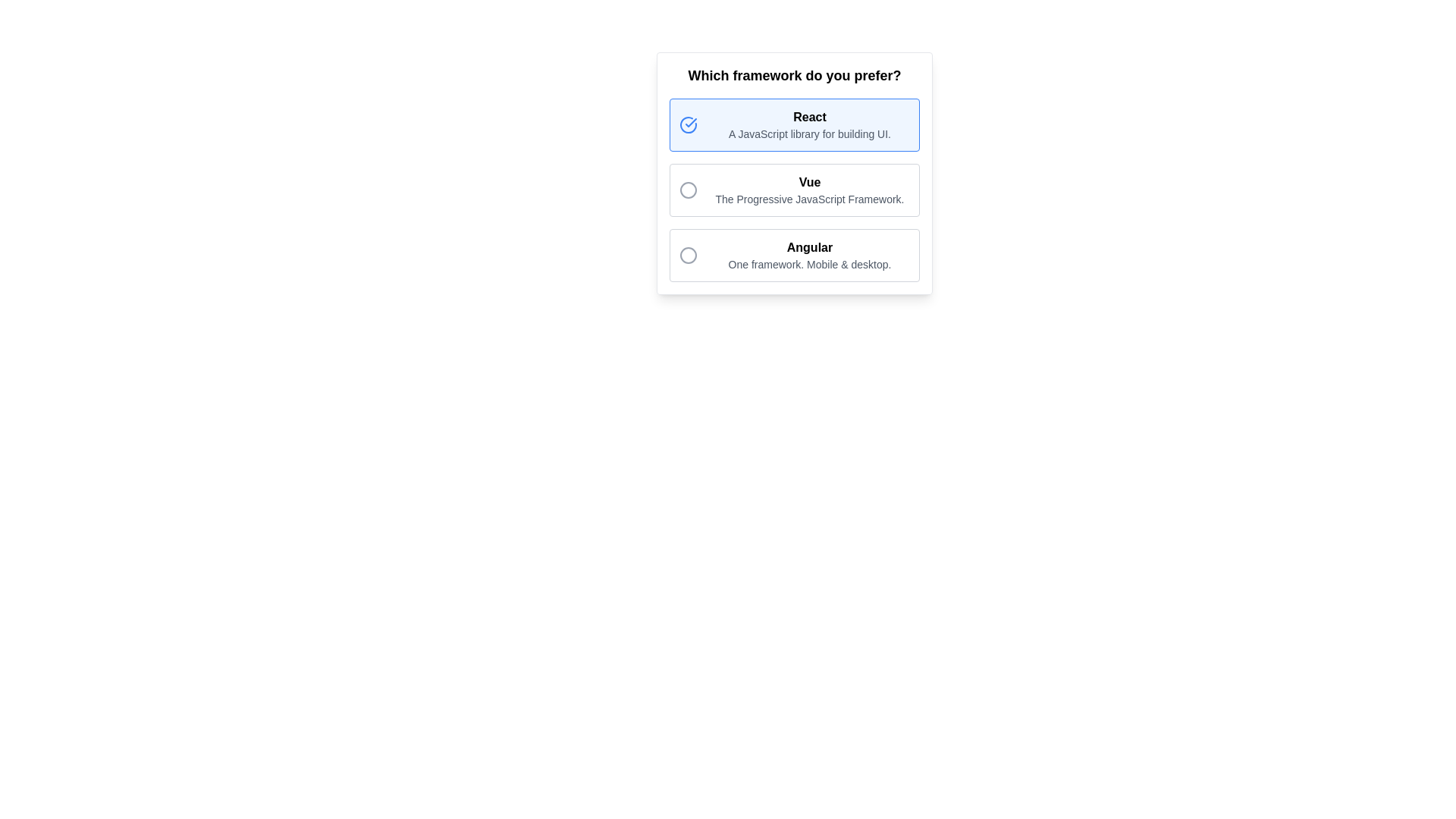 The height and width of the screenshot is (819, 1456). What do you see at coordinates (687, 124) in the screenshot?
I see `the selected state indicator icon for the 'React' option in the preference selection menu, located to the left of the 'React' text` at bounding box center [687, 124].